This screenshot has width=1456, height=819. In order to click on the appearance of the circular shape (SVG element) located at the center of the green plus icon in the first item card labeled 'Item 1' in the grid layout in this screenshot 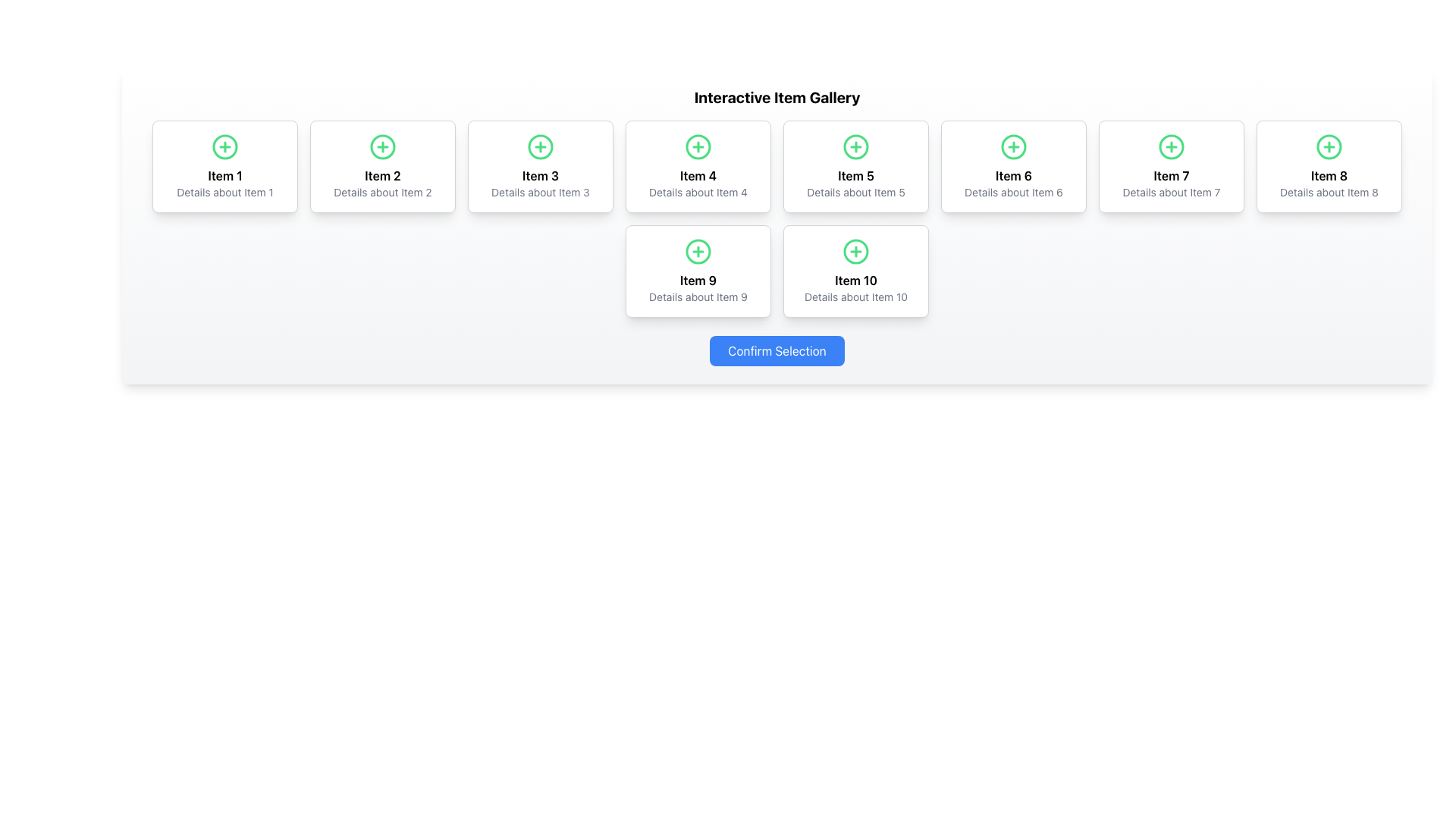, I will do `click(224, 146)`.